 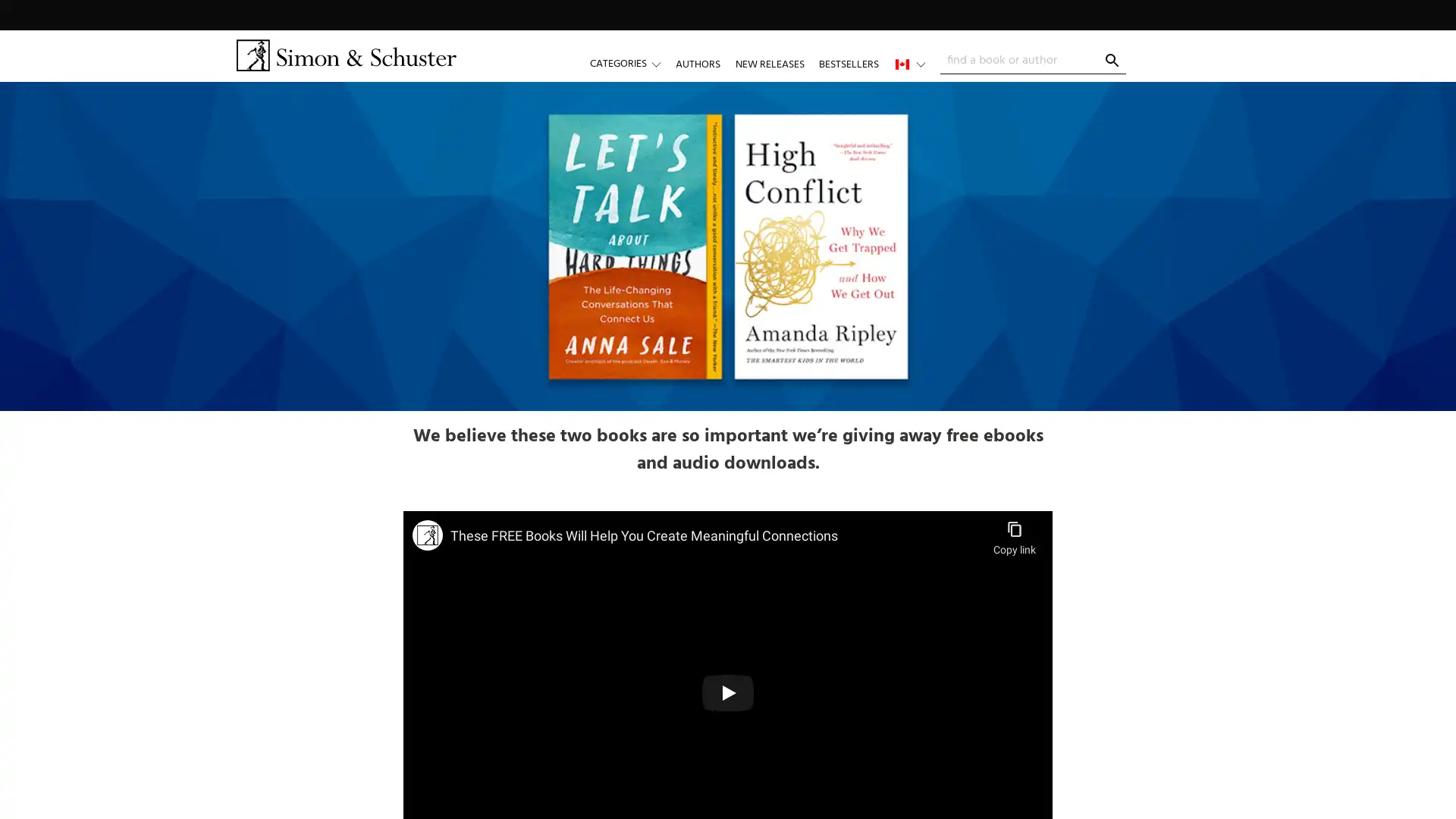 What do you see at coordinates (769, 63) in the screenshot?
I see `NEW RELEASES` at bounding box center [769, 63].